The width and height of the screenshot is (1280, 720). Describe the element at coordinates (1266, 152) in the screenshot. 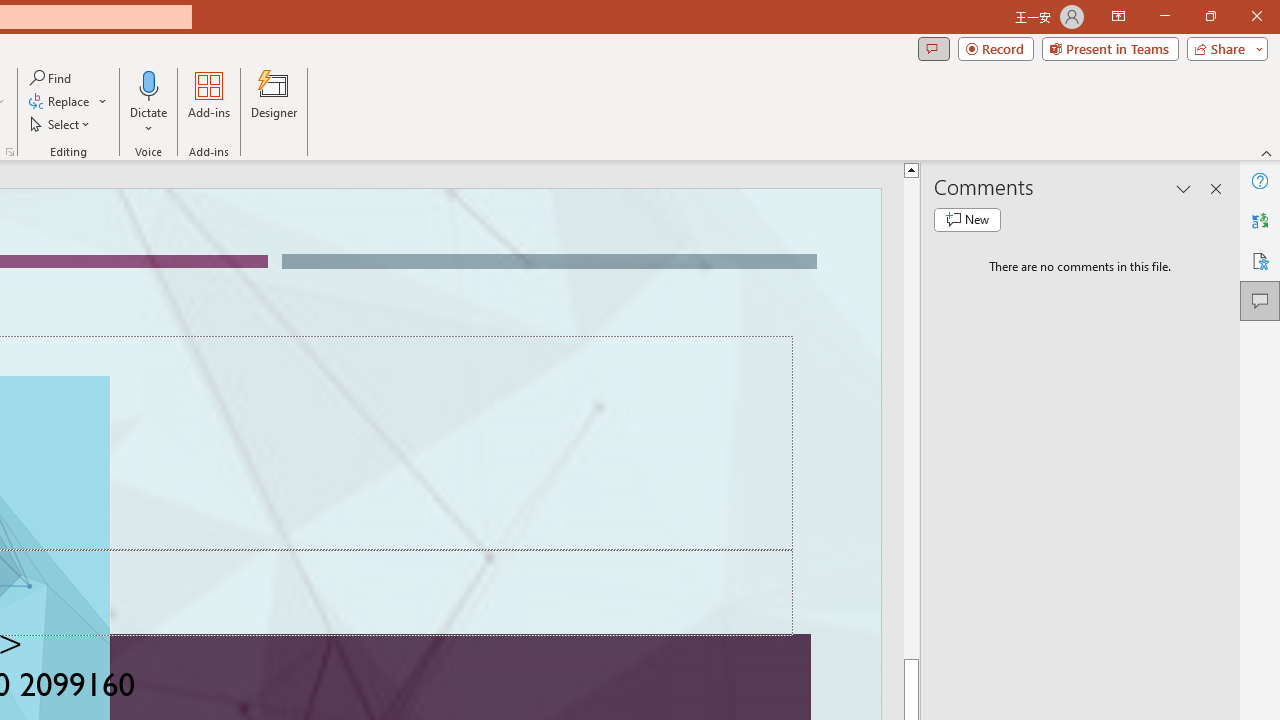

I see `'Collapse the Ribbon'` at that location.